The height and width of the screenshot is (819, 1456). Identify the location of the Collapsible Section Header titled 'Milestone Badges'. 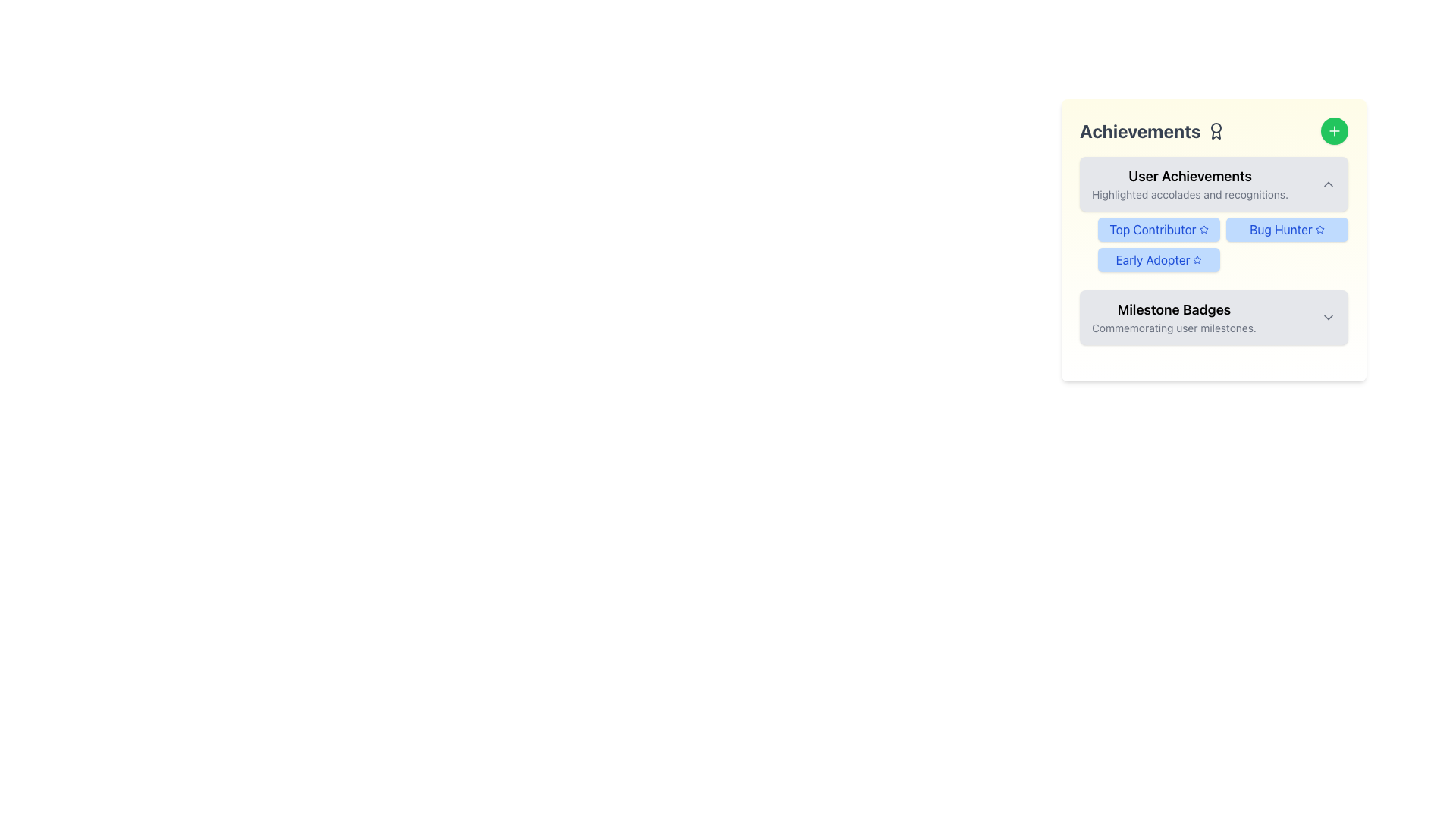
(1214, 317).